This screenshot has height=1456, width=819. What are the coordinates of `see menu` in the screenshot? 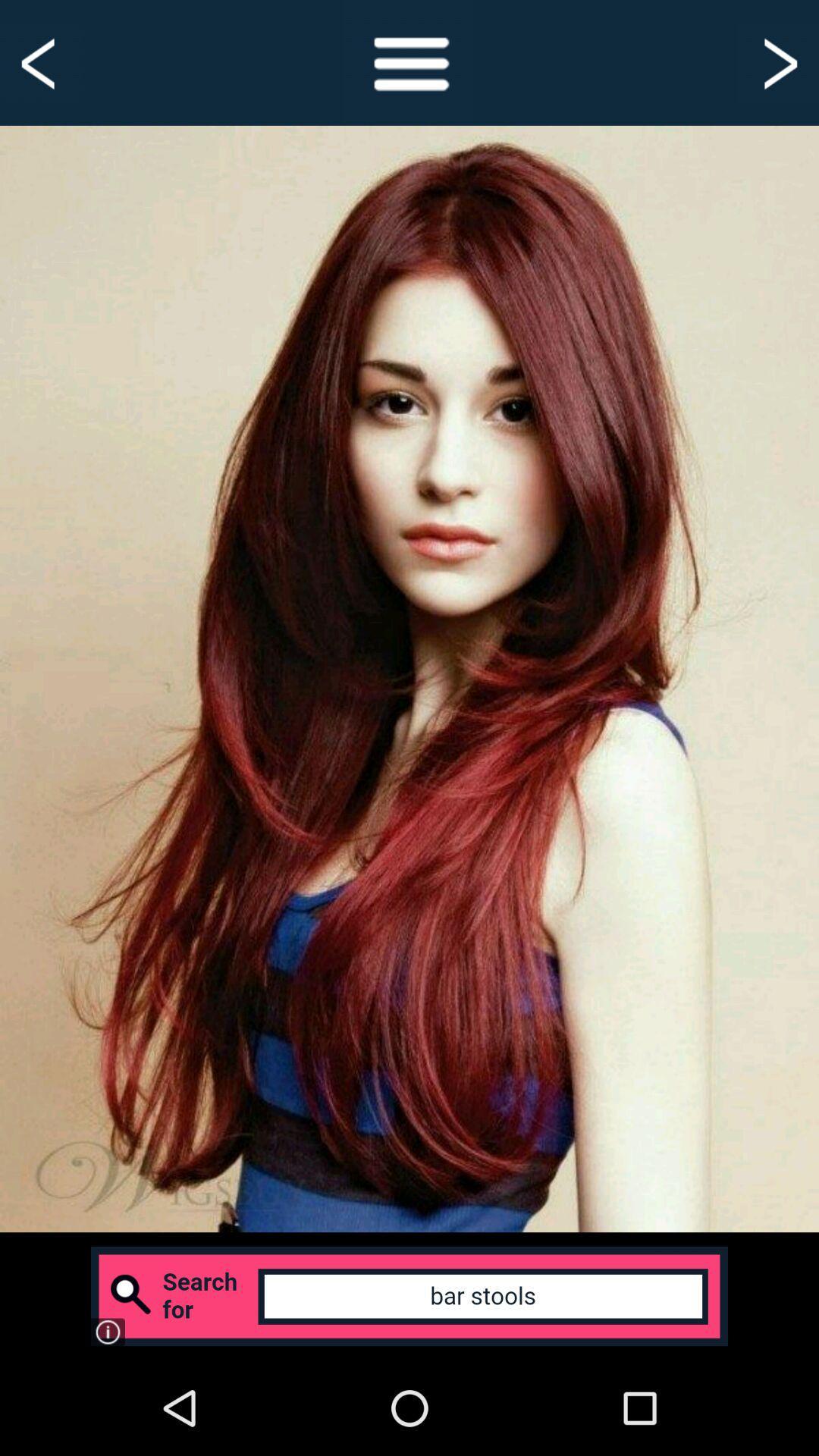 It's located at (409, 61).